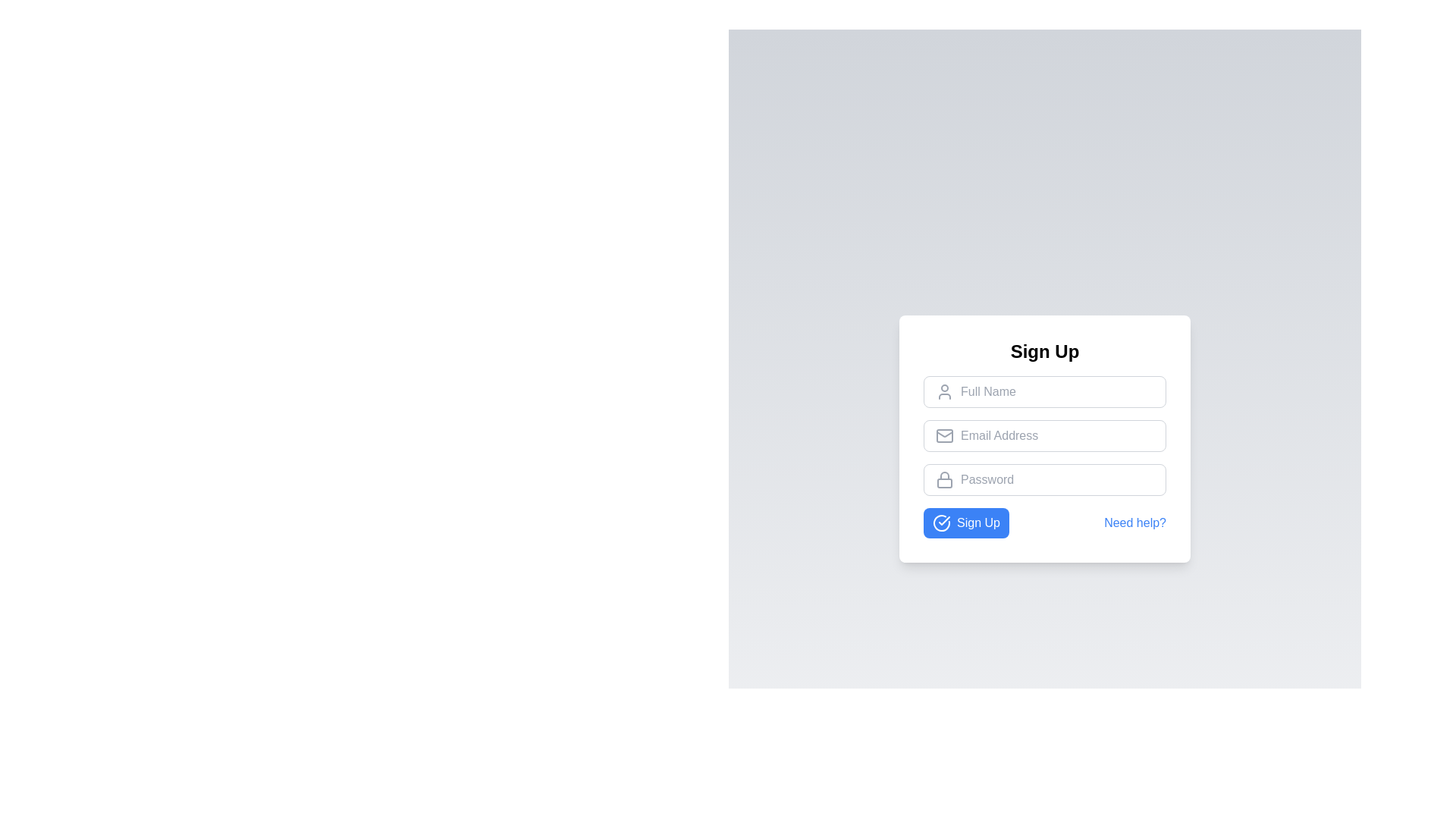 This screenshot has height=819, width=1456. I want to click on the 'Need help?' hyperlink located at the bottom-right of the sign-up form, so click(1135, 522).